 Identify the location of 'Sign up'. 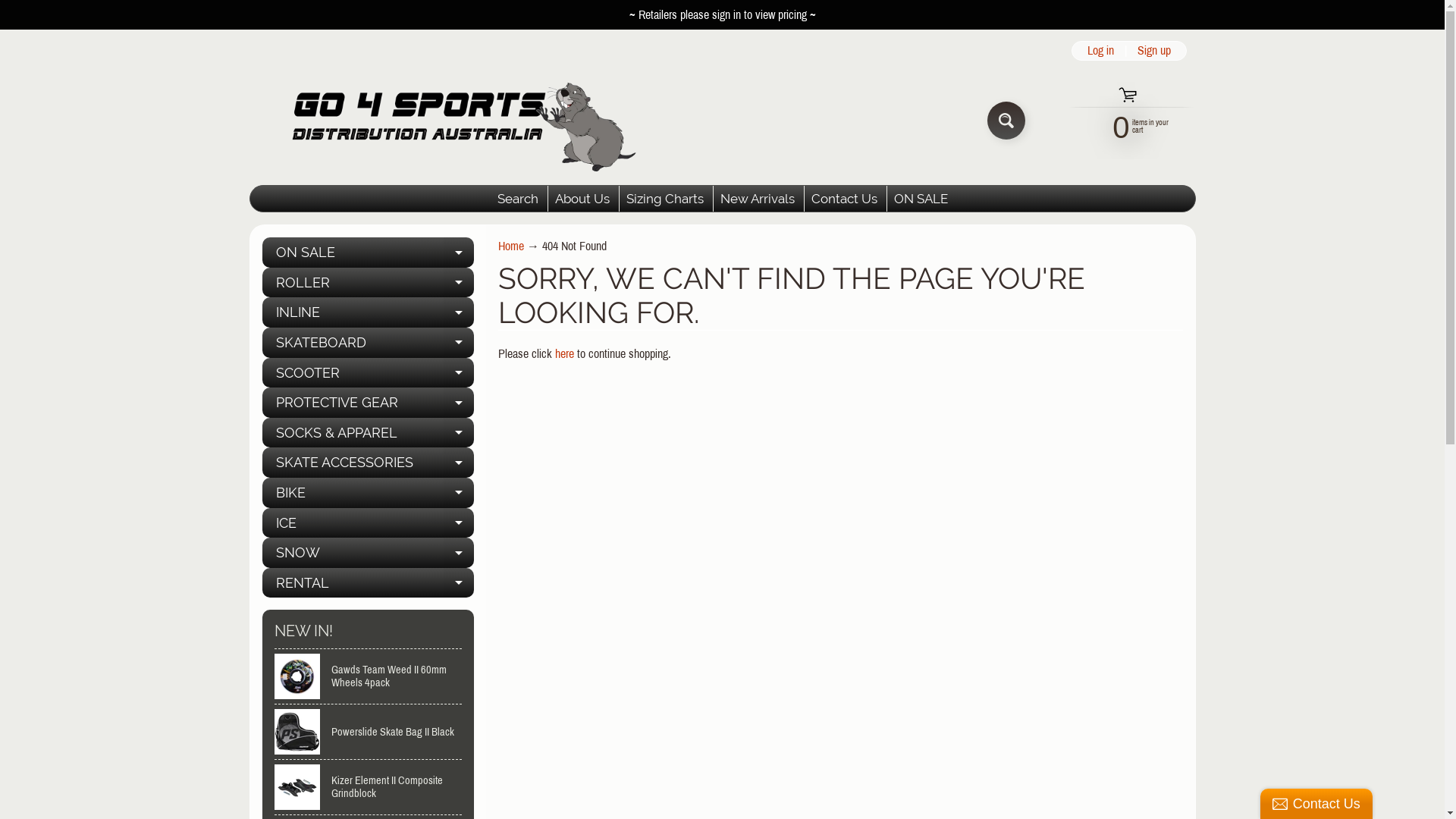
(1153, 49).